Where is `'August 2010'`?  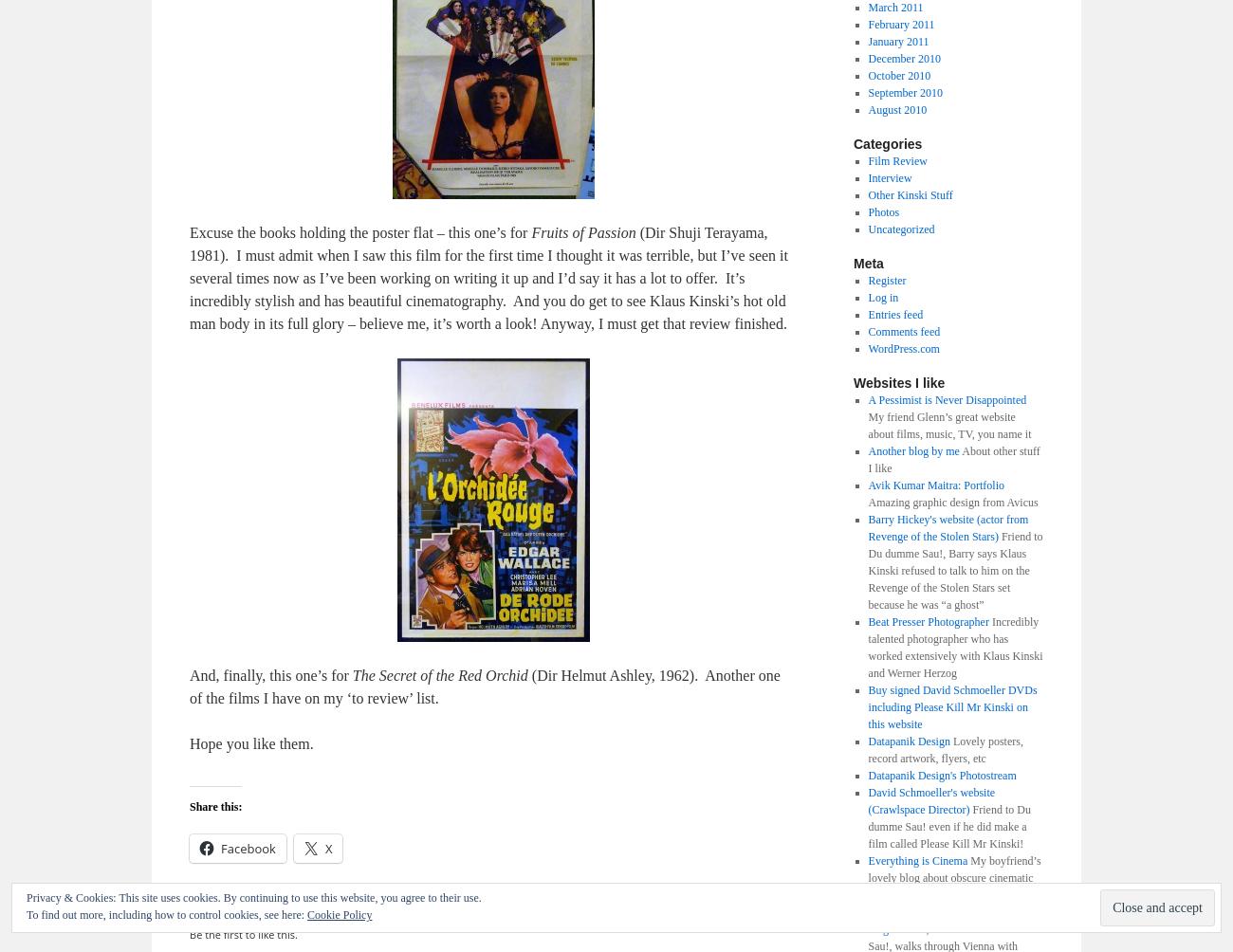 'August 2010' is located at coordinates (897, 109).